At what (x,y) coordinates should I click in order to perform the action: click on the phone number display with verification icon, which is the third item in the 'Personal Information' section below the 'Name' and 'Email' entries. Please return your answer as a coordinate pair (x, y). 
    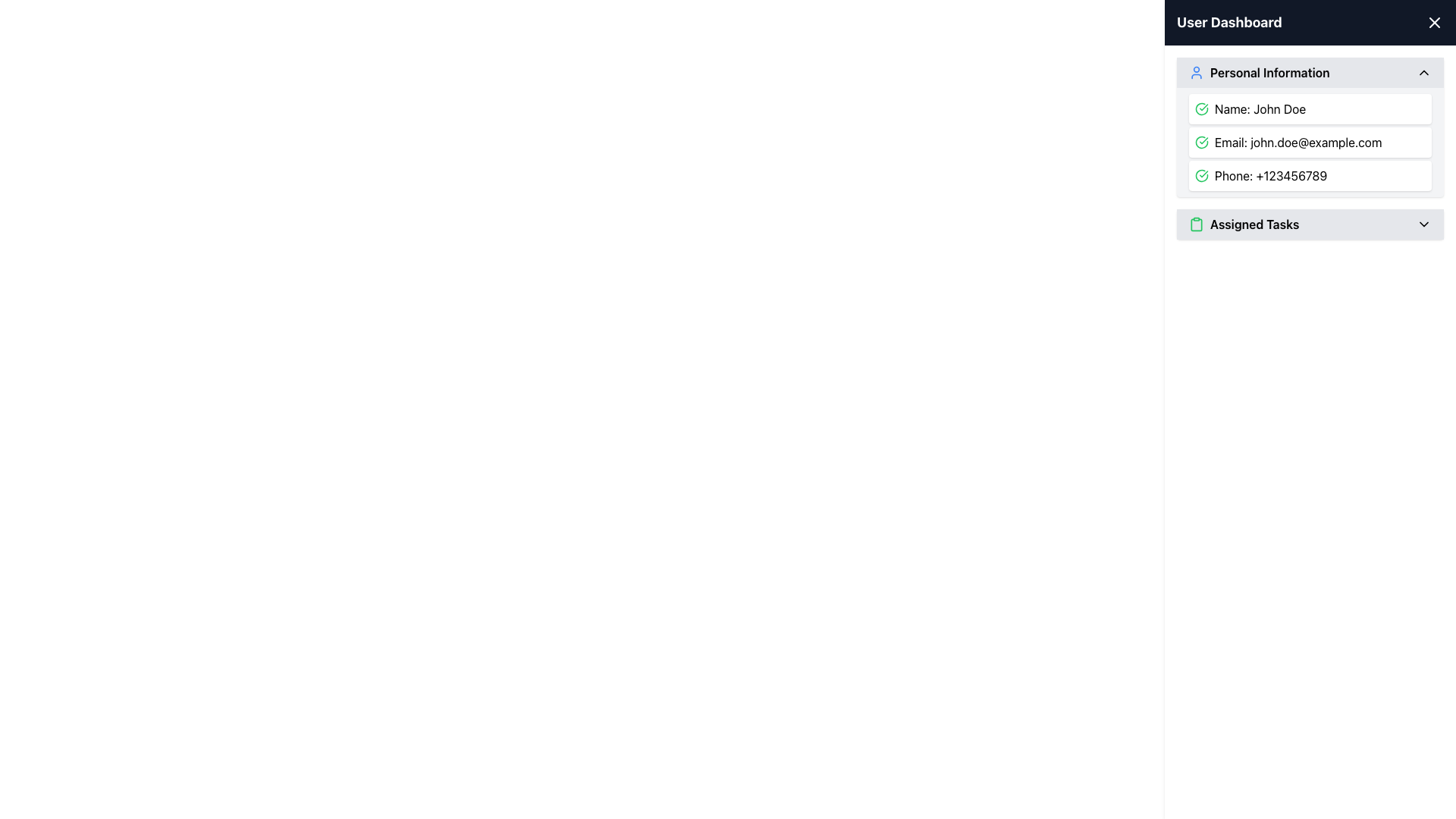
    Looking at the image, I should click on (1310, 174).